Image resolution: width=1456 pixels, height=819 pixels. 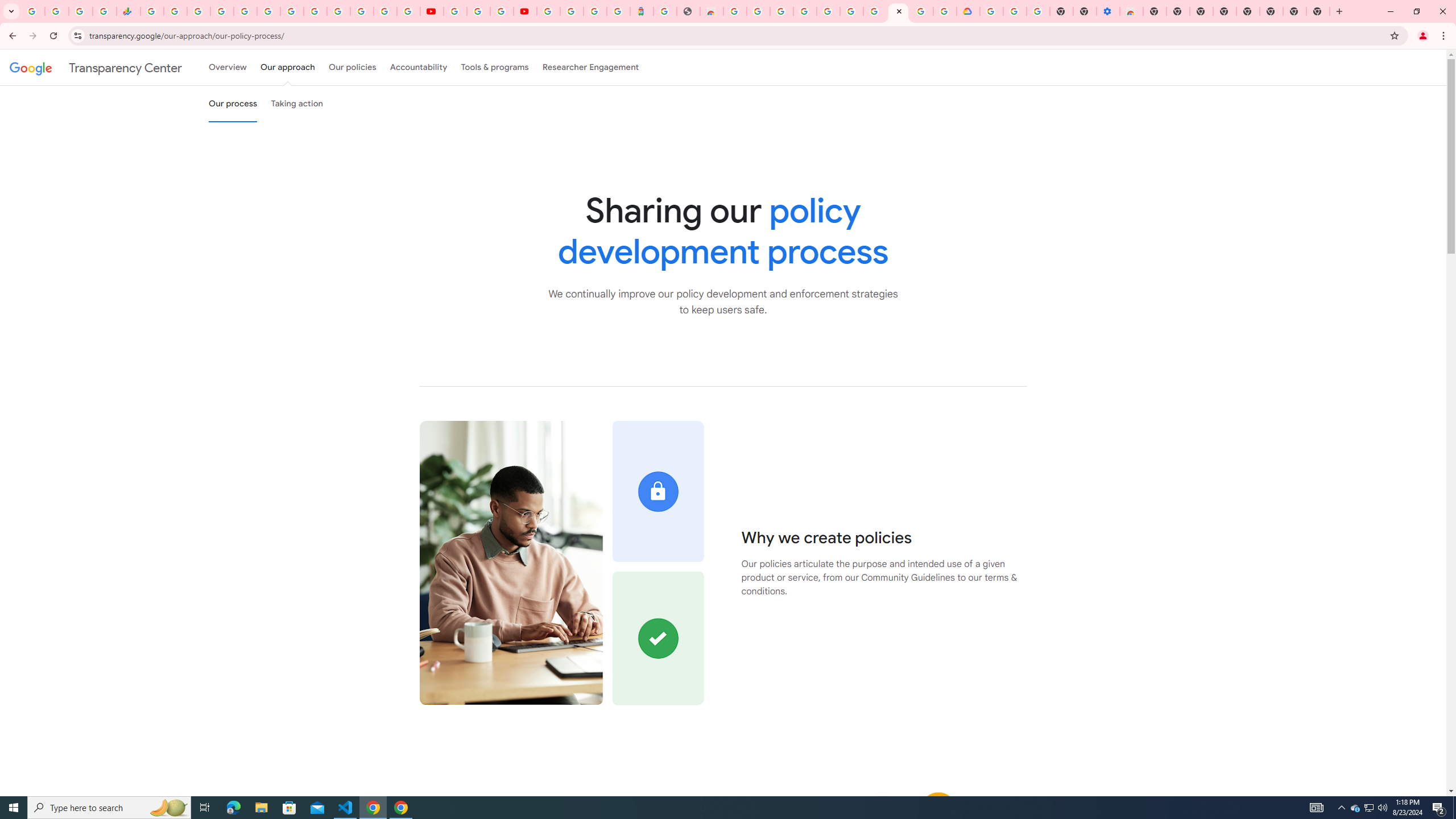 I want to click on 'Taking action', so click(x=296, y=103).